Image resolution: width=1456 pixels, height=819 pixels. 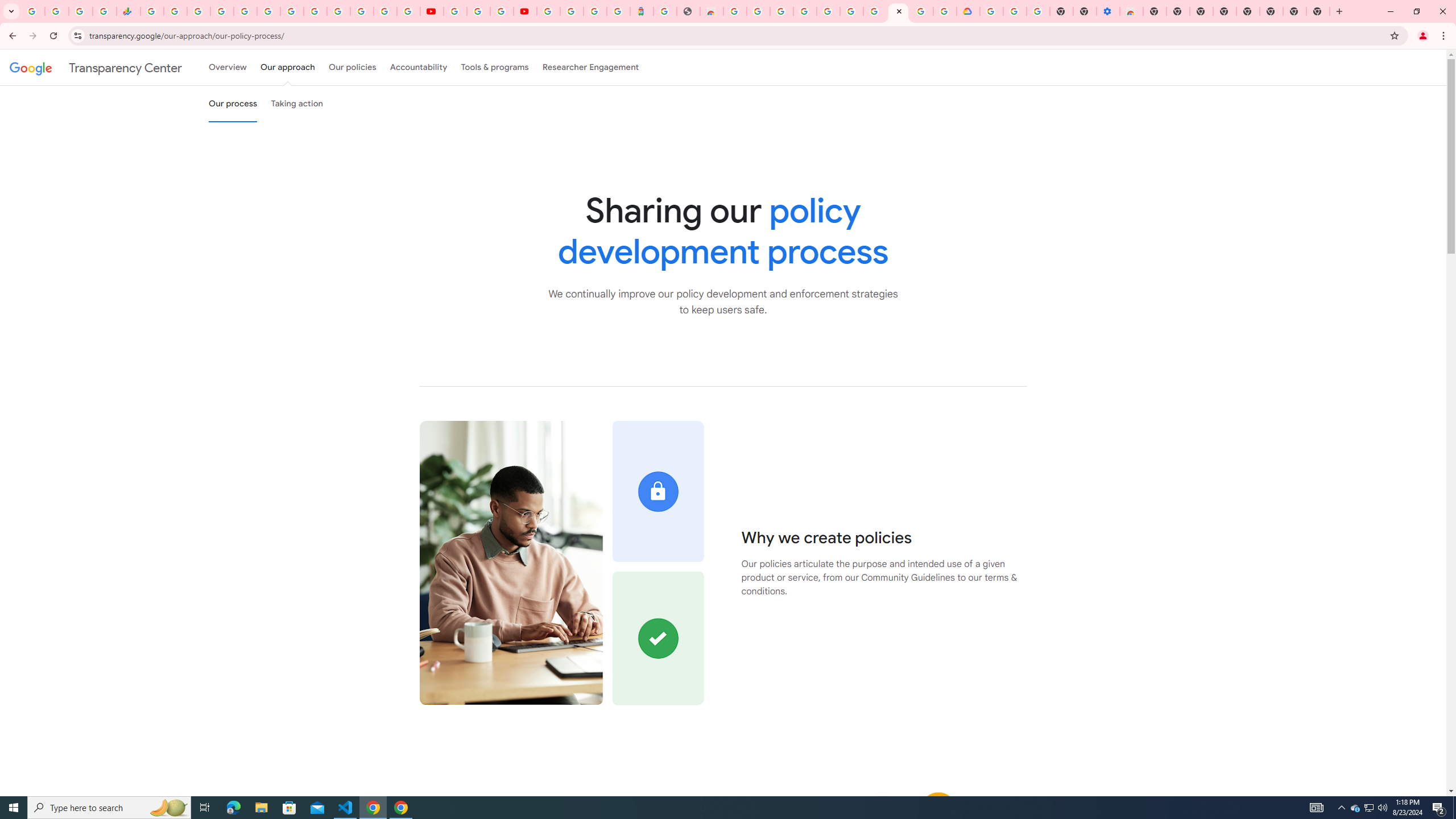 I want to click on 'Taking action', so click(x=296, y=103).